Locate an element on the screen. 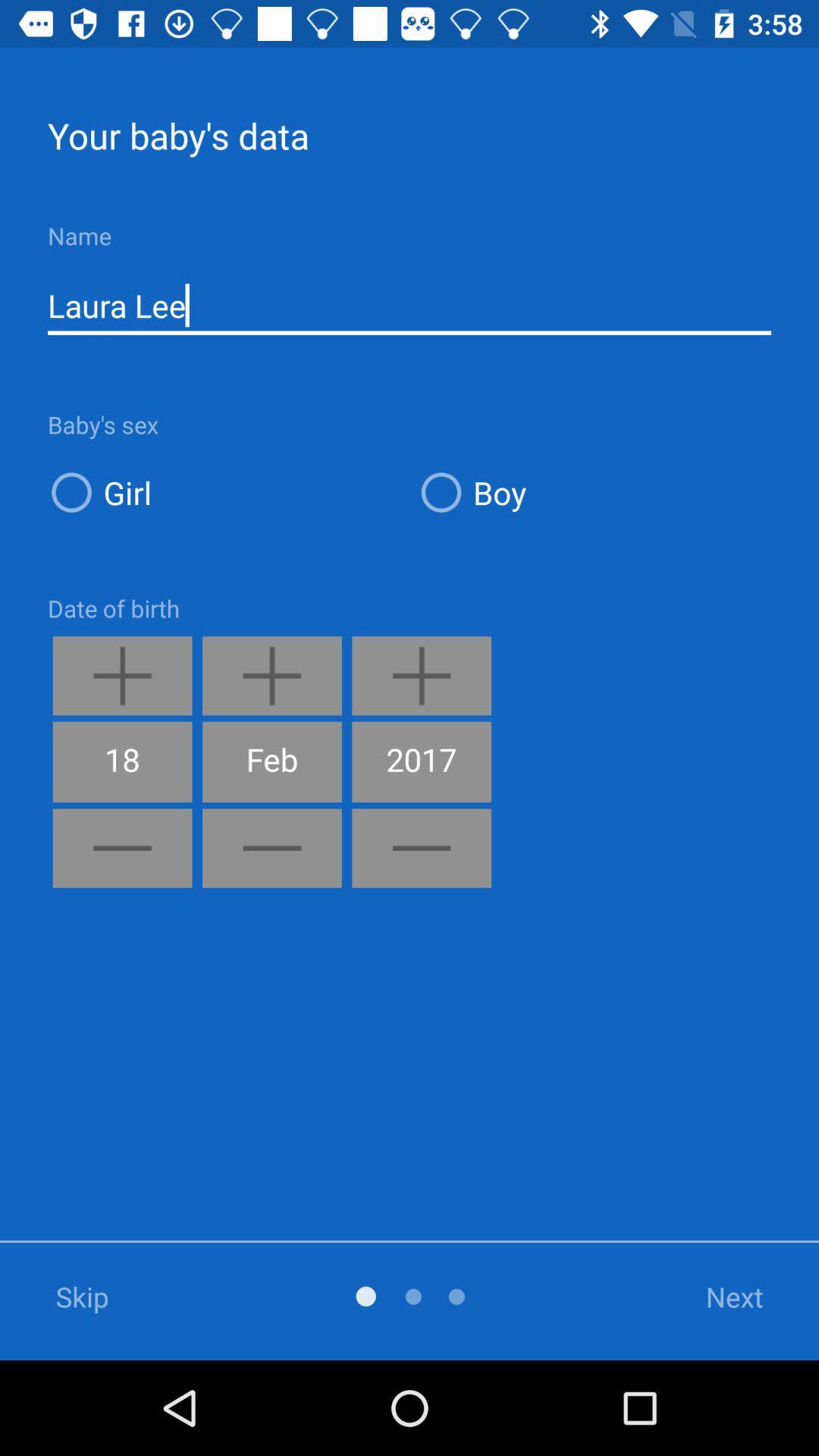 This screenshot has width=819, height=1456. the item next to girl item is located at coordinates (593, 492).